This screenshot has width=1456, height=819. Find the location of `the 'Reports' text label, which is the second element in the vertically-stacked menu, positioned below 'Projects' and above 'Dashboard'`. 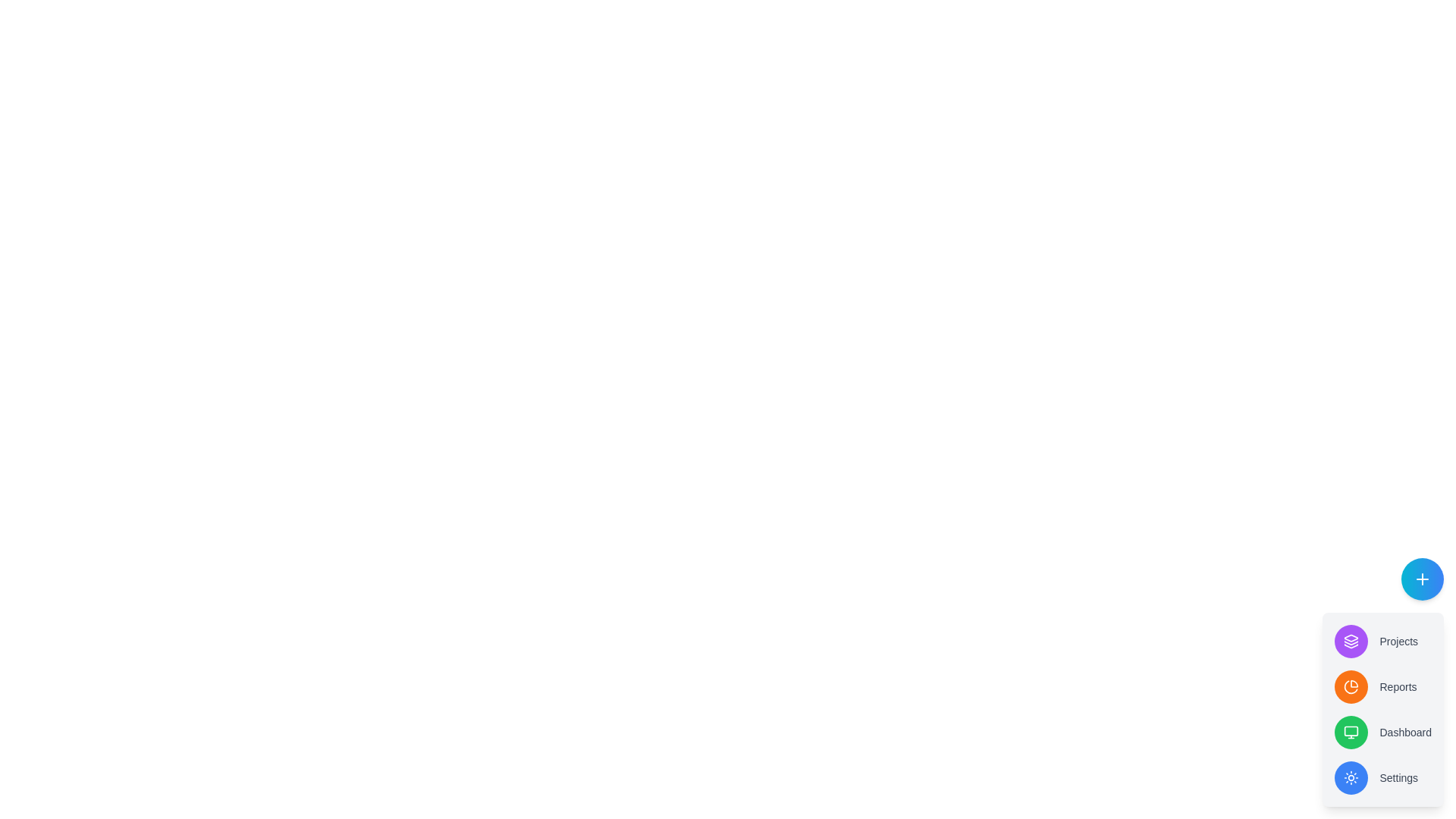

the 'Reports' text label, which is the second element in the vertically-stacked menu, positioned below 'Projects' and above 'Dashboard' is located at coordinates (1382, 681).